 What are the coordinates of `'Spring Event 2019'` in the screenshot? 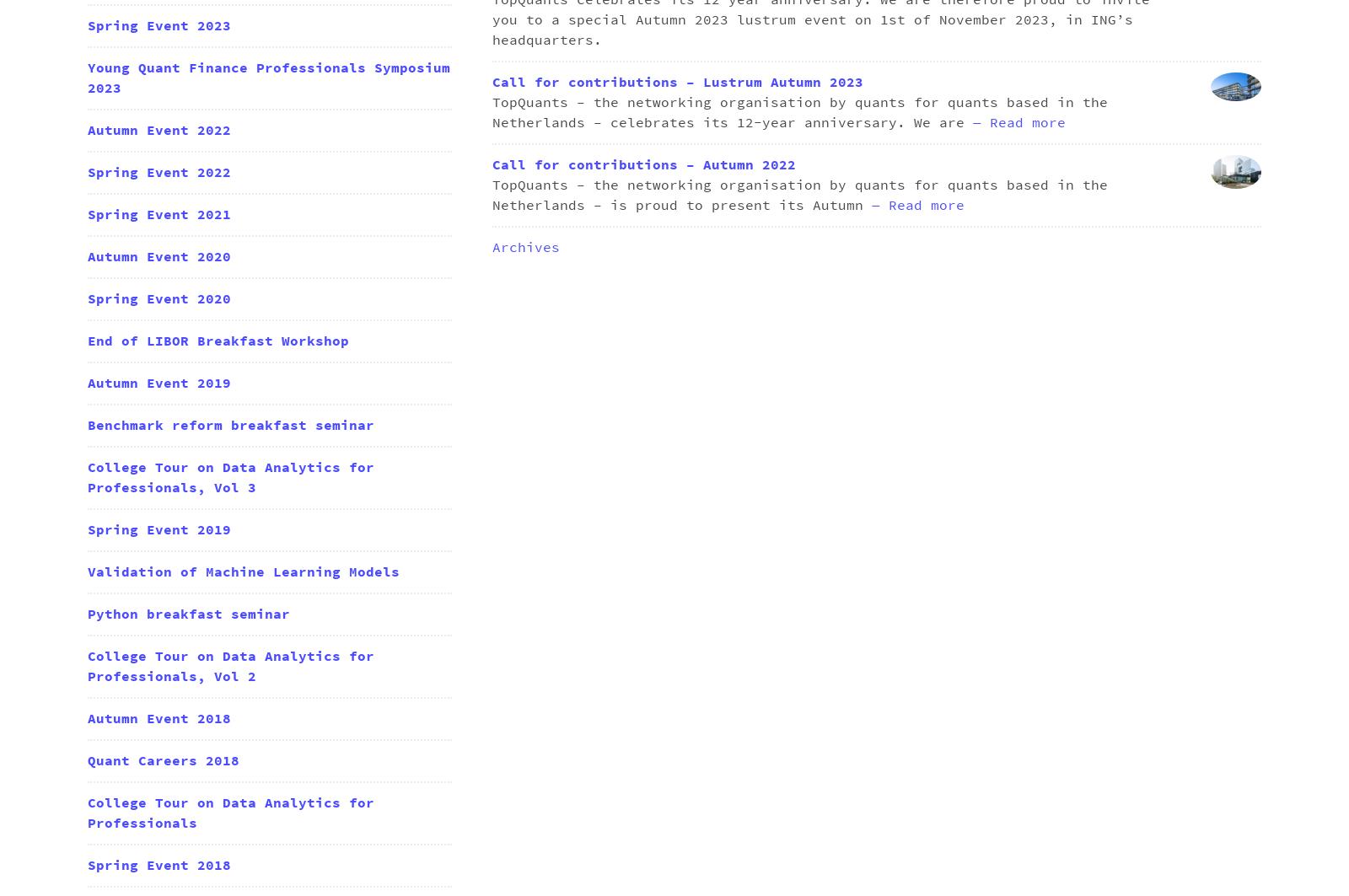 It's located at (158, 528).